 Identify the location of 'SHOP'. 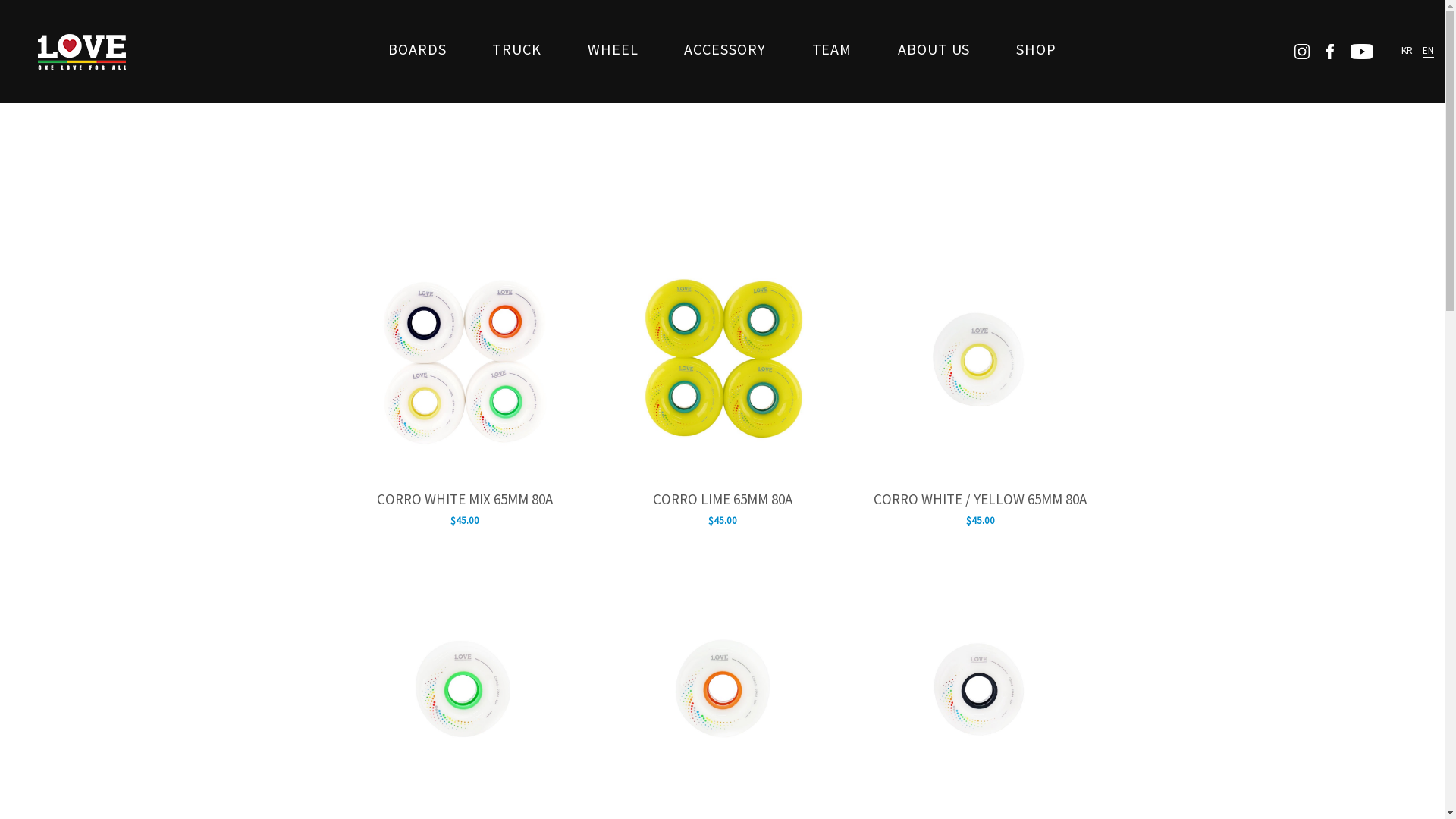
(1035, 49).